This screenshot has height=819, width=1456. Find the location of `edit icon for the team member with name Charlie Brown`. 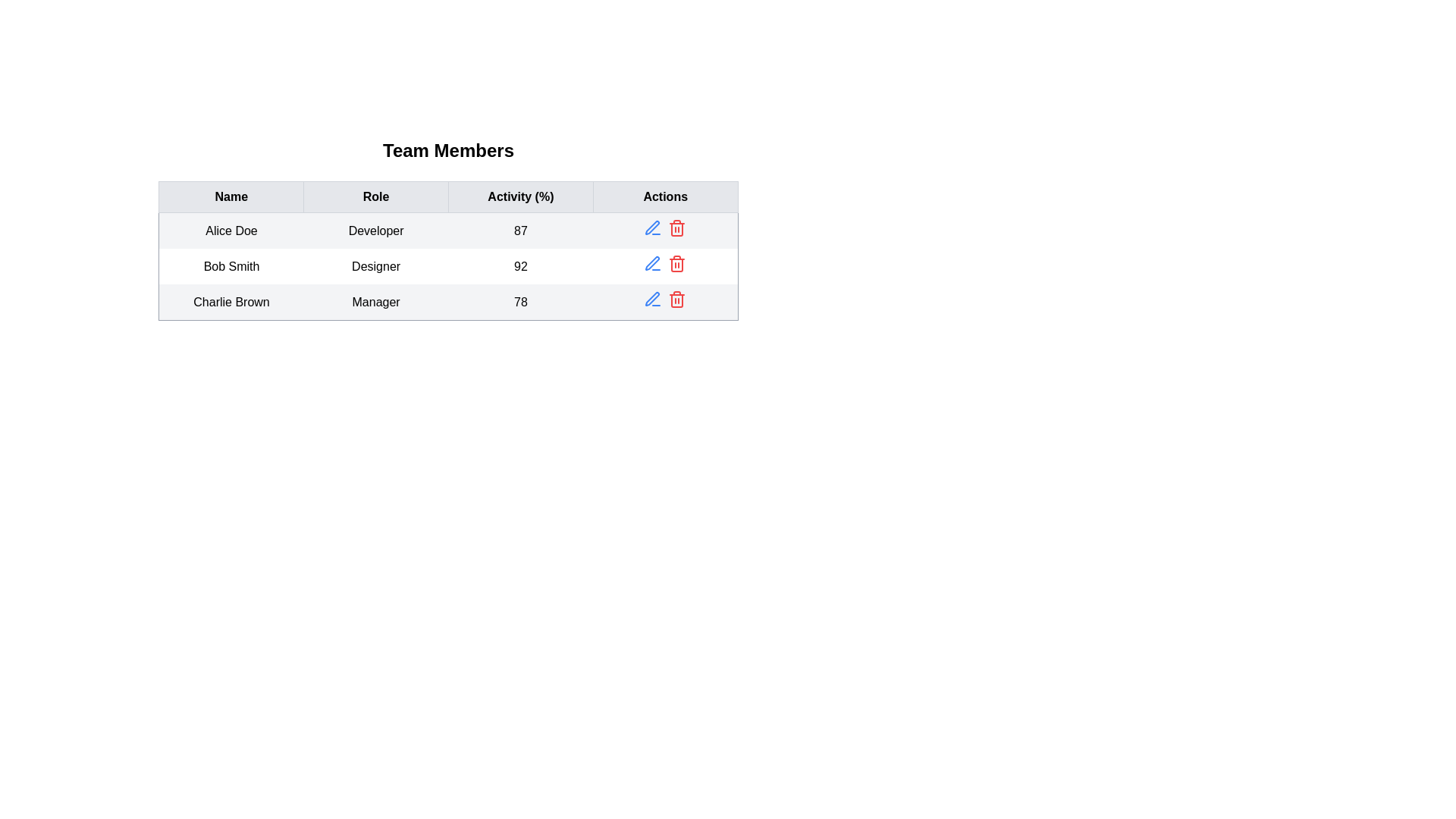

edit icon for the team member with name Charlie Brown is located at coordinates (653, 299).